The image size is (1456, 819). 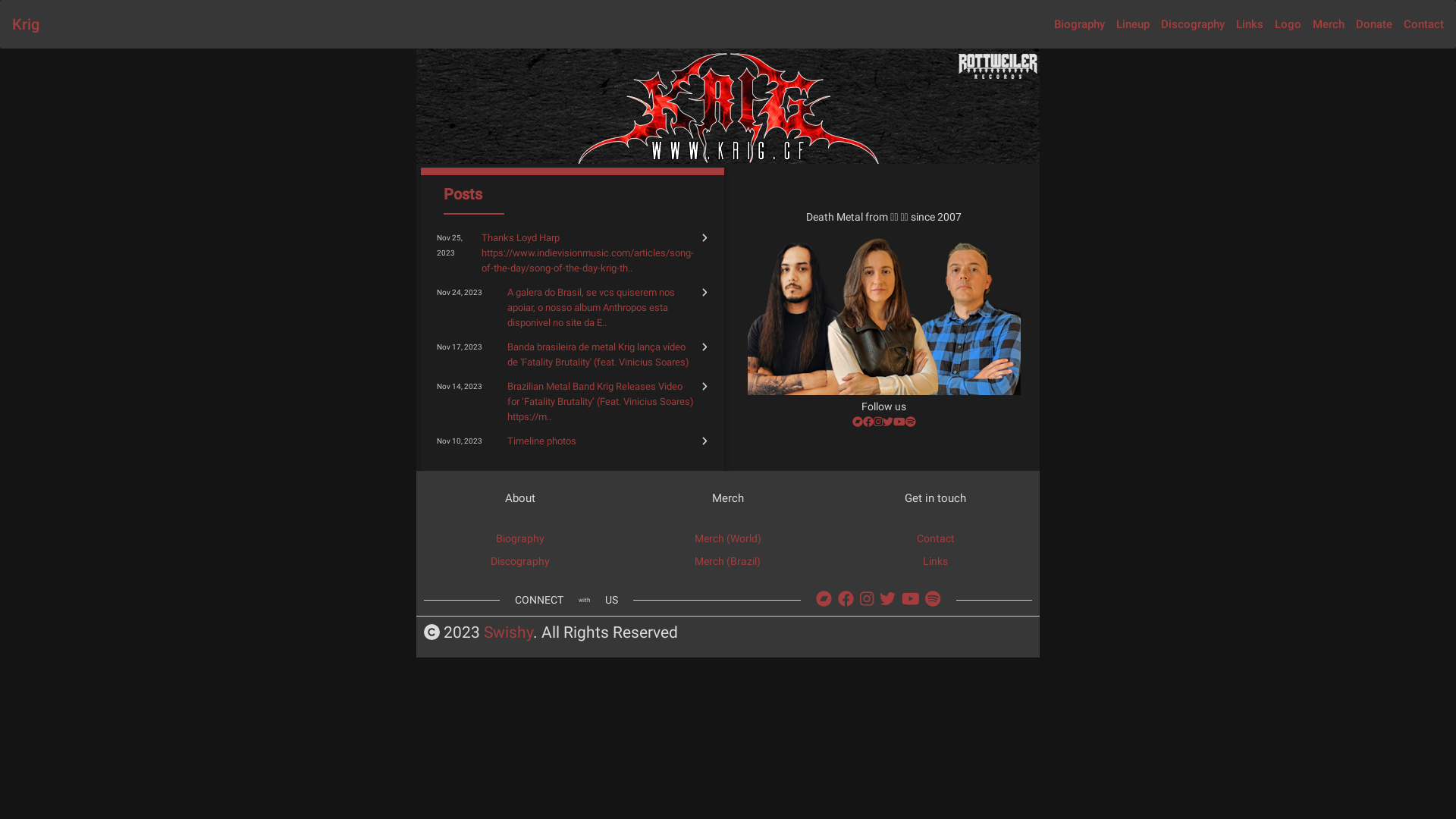 What do you see at coordinates (1328, 24) in the screenshot?
I see `'Merch'` at bounding box center [1328, 24].